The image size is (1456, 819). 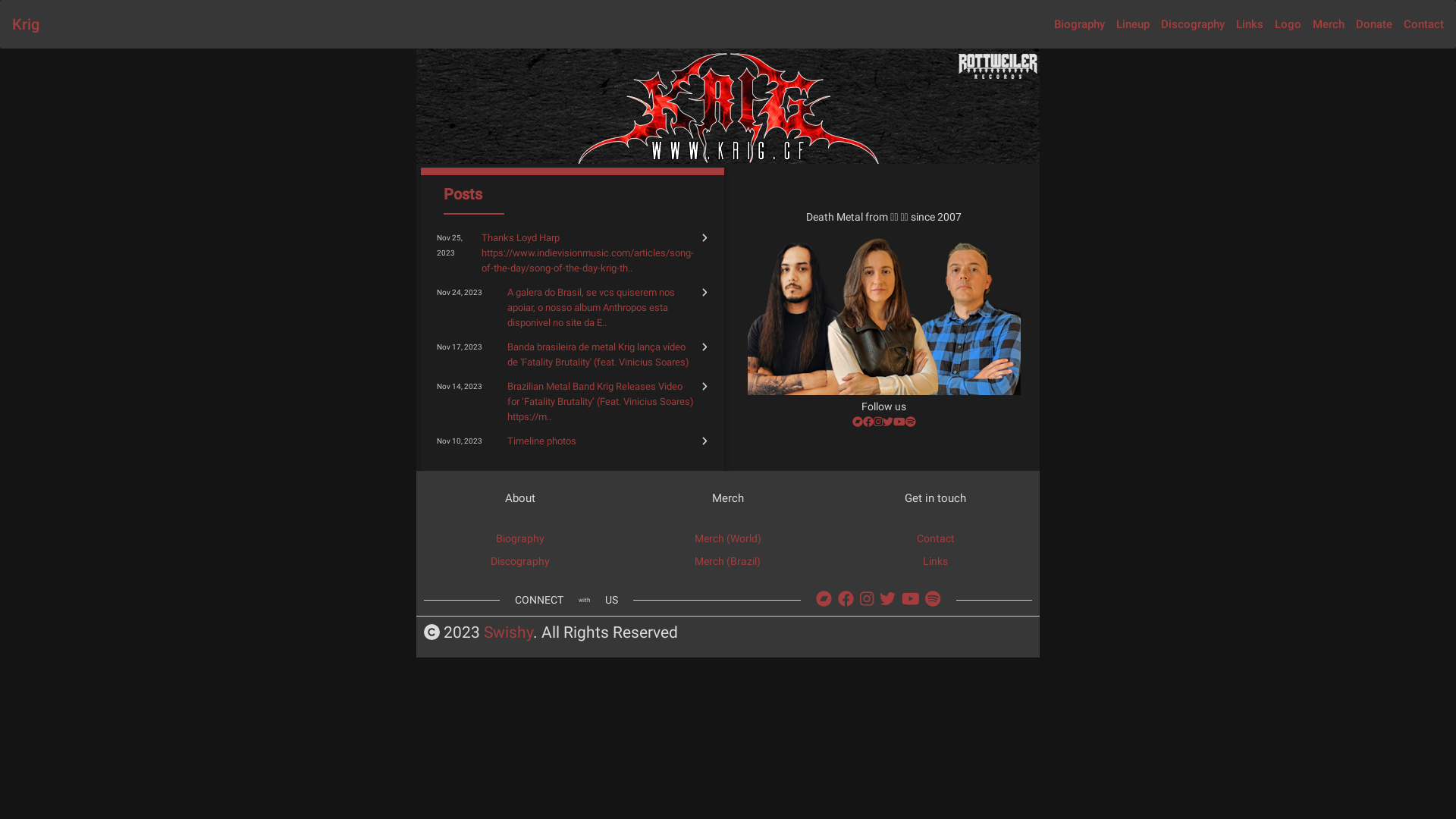 What do you see at coordinates (1328, 24) in the screenshot?
I see `'Merch'` at bounding box center [1328, 24].